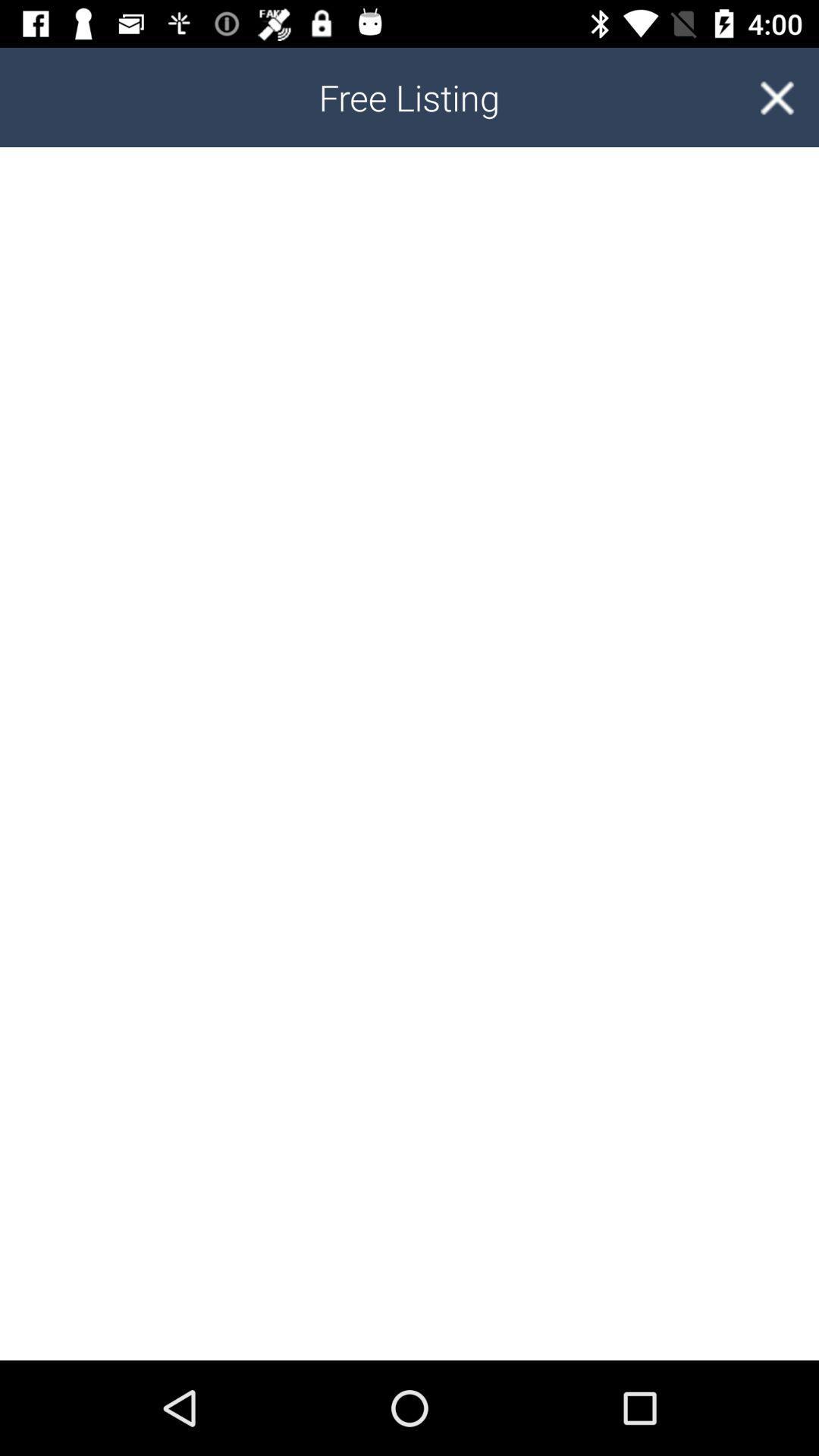 The image size is (819, 1456). What do you see at coordinates (409, 754) in the screenshot?
I see `the item at the center` at bounding box center [409, 754].